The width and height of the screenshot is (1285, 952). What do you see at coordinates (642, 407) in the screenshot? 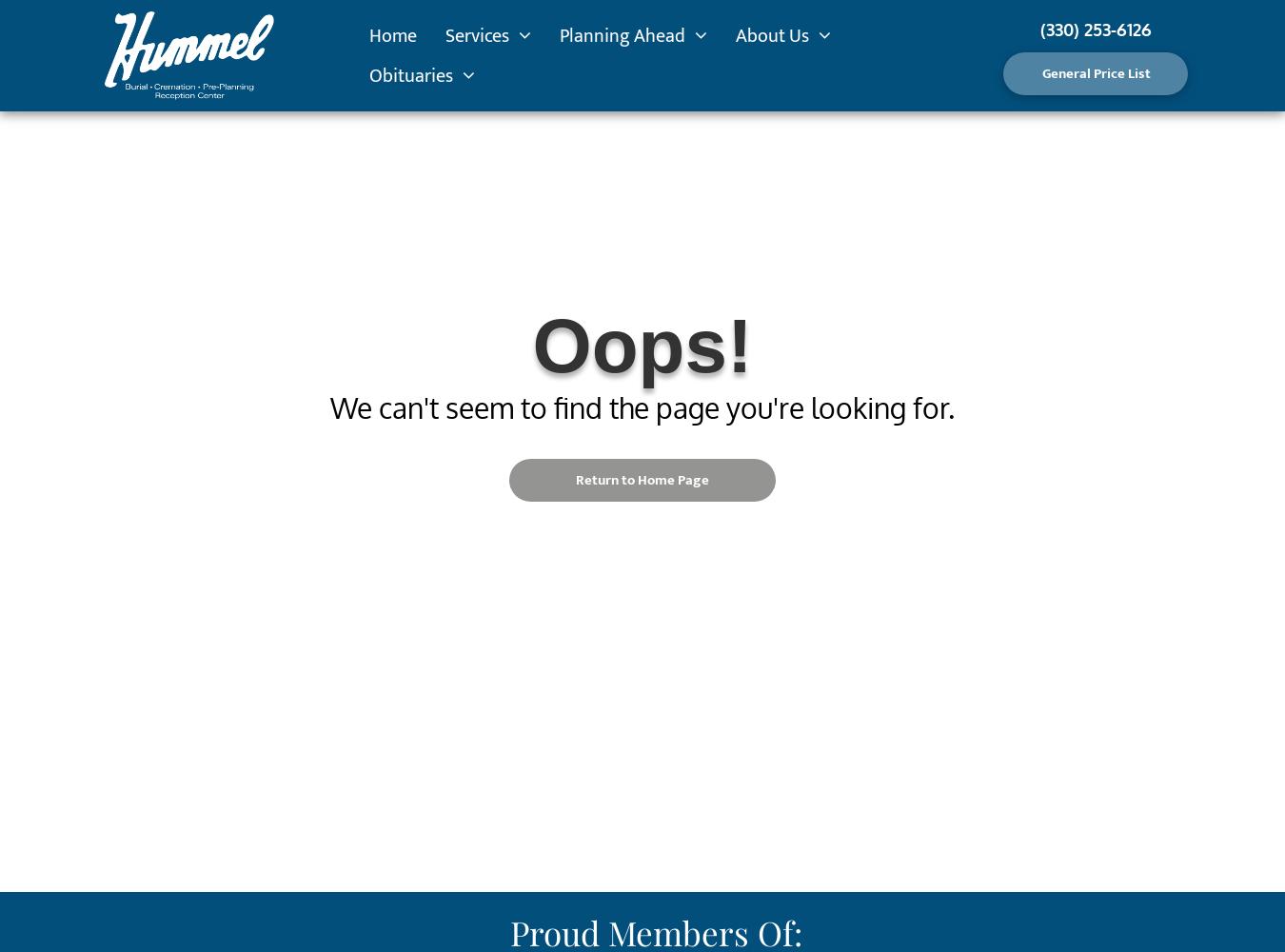
I see `'We can't seem to find the page you're looking for.'` at bounding box center [642, 407].